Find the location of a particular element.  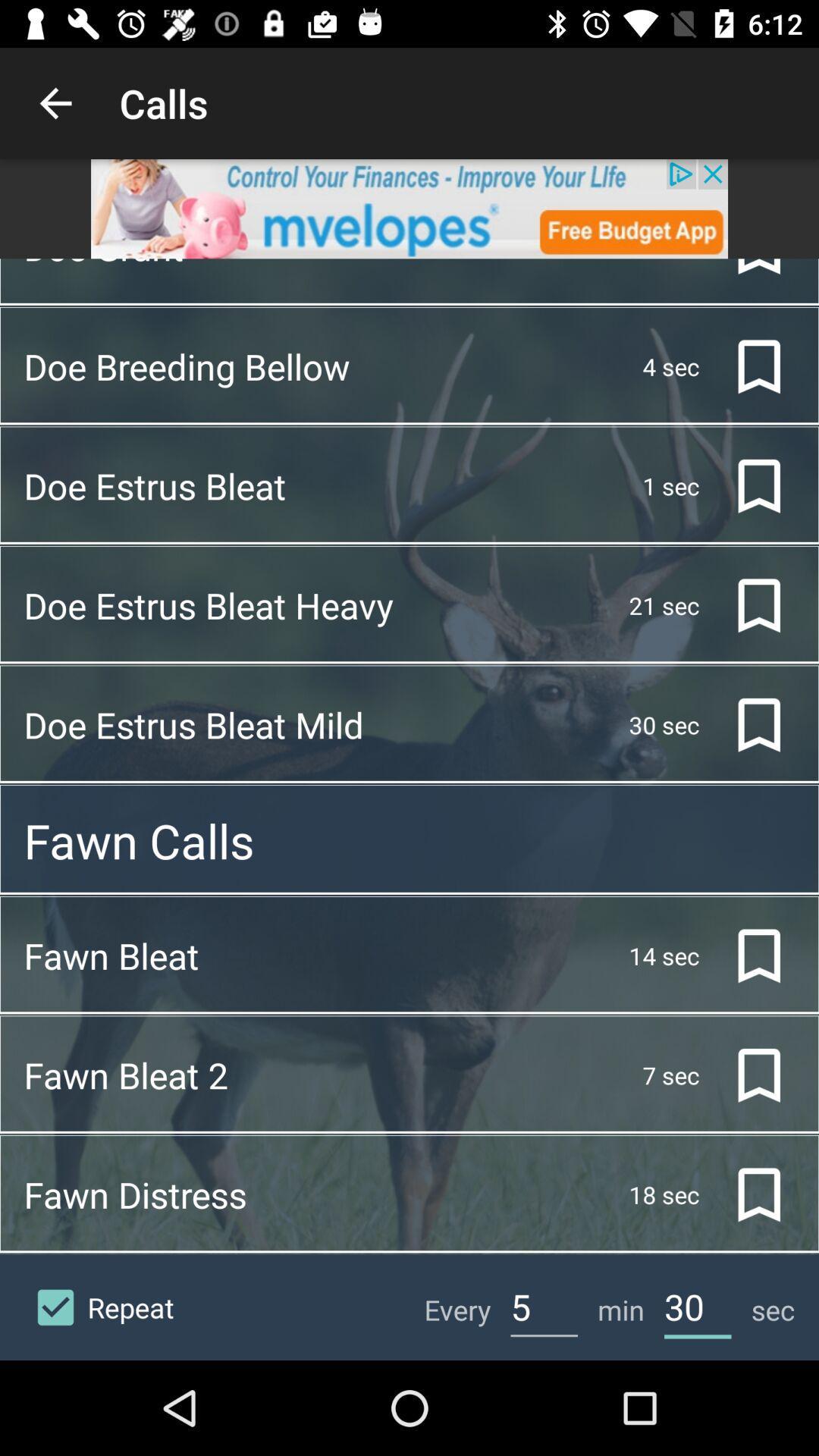

the bookmark icon is located at coordinates (746, 1194).